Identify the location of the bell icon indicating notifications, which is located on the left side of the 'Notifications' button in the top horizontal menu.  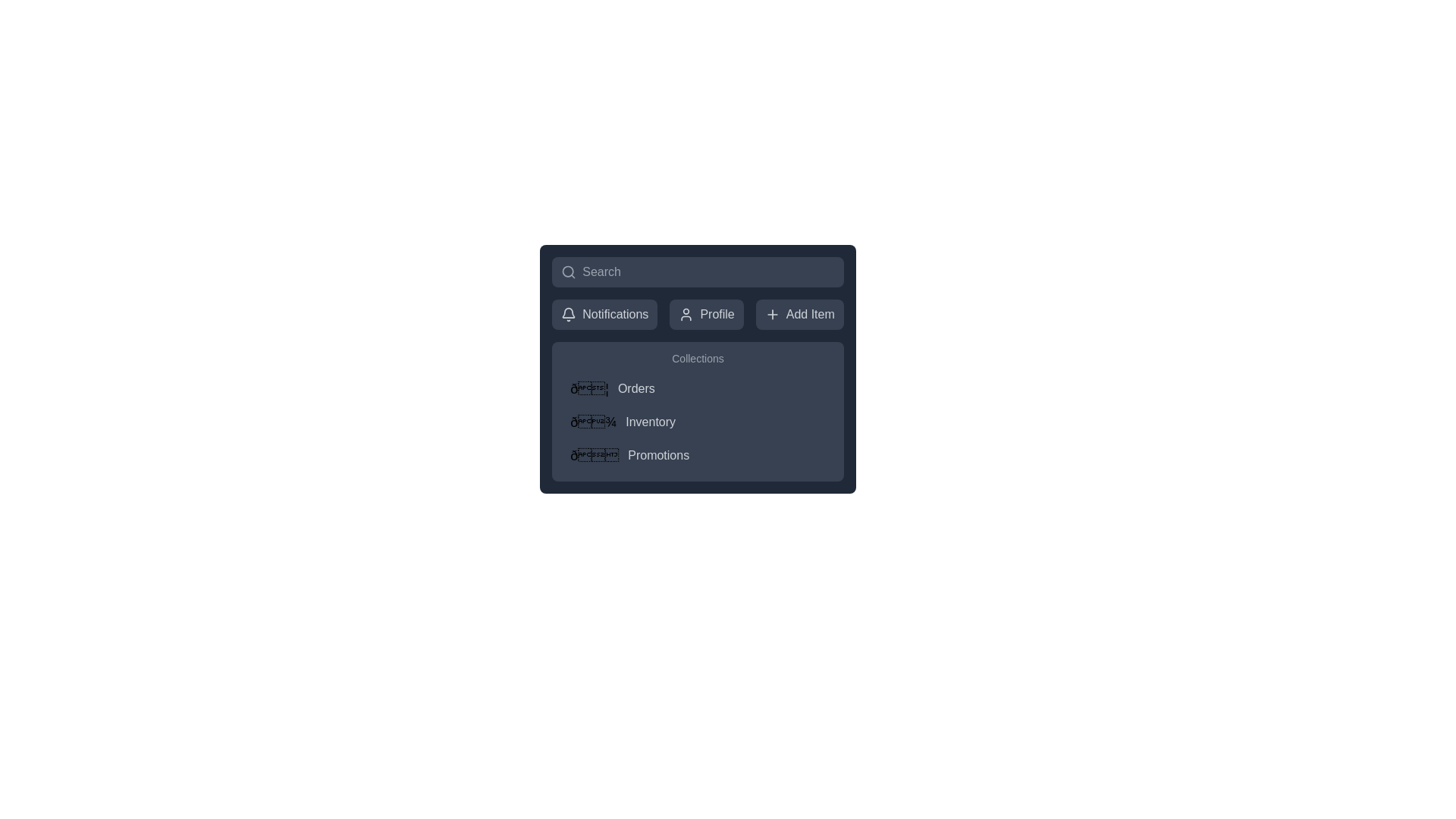
(568, 314).